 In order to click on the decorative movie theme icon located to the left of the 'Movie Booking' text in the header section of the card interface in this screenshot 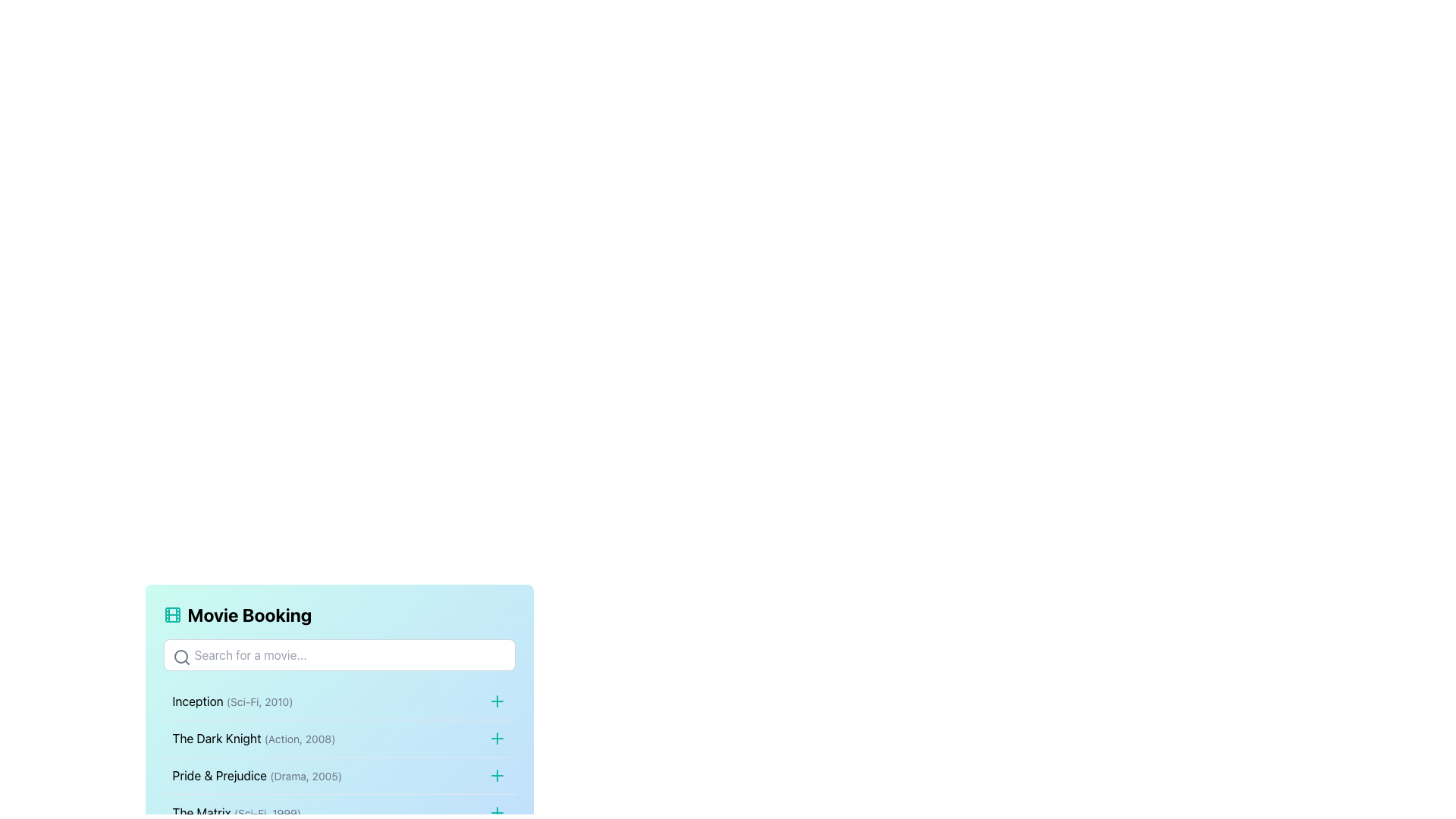, I will do `click(172, 614)`.